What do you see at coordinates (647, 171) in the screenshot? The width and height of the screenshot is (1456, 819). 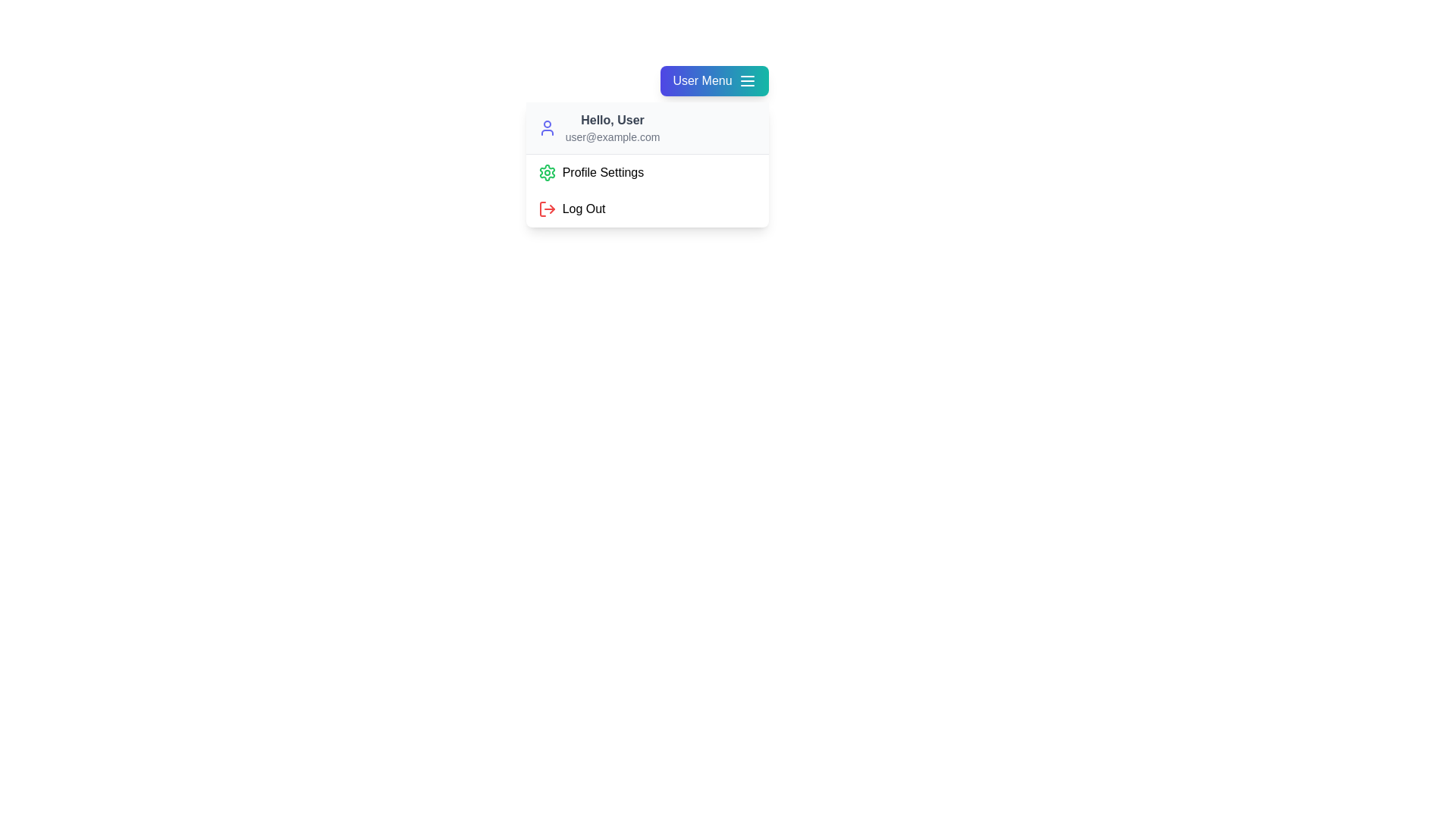 I see `the 'Profile Settings' option in the user menu` at bounding box center [647, 171].